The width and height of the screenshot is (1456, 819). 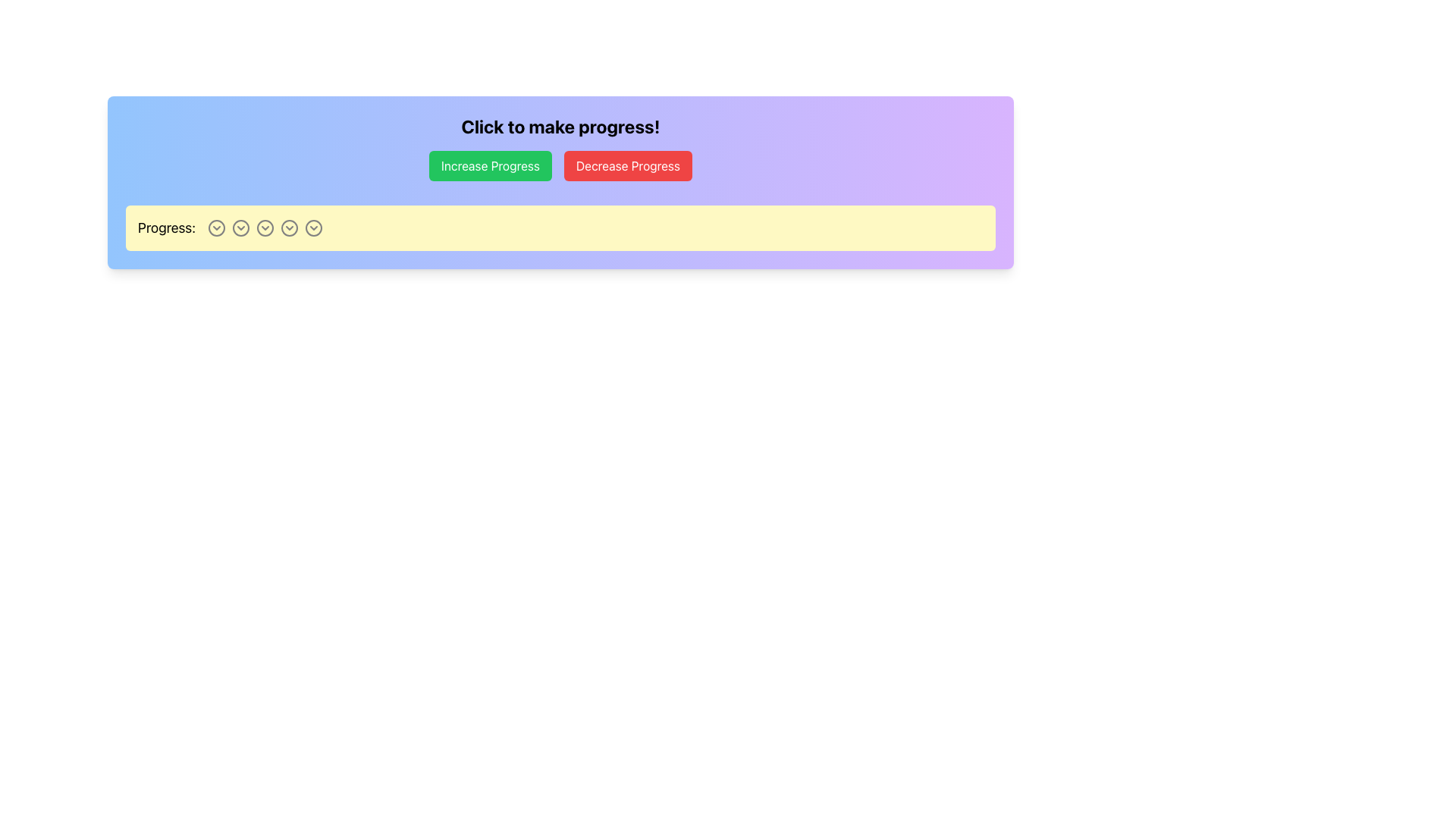 I want to click on the circular icon button with a gray outline and downward chevron, so click(x=216, y=227).